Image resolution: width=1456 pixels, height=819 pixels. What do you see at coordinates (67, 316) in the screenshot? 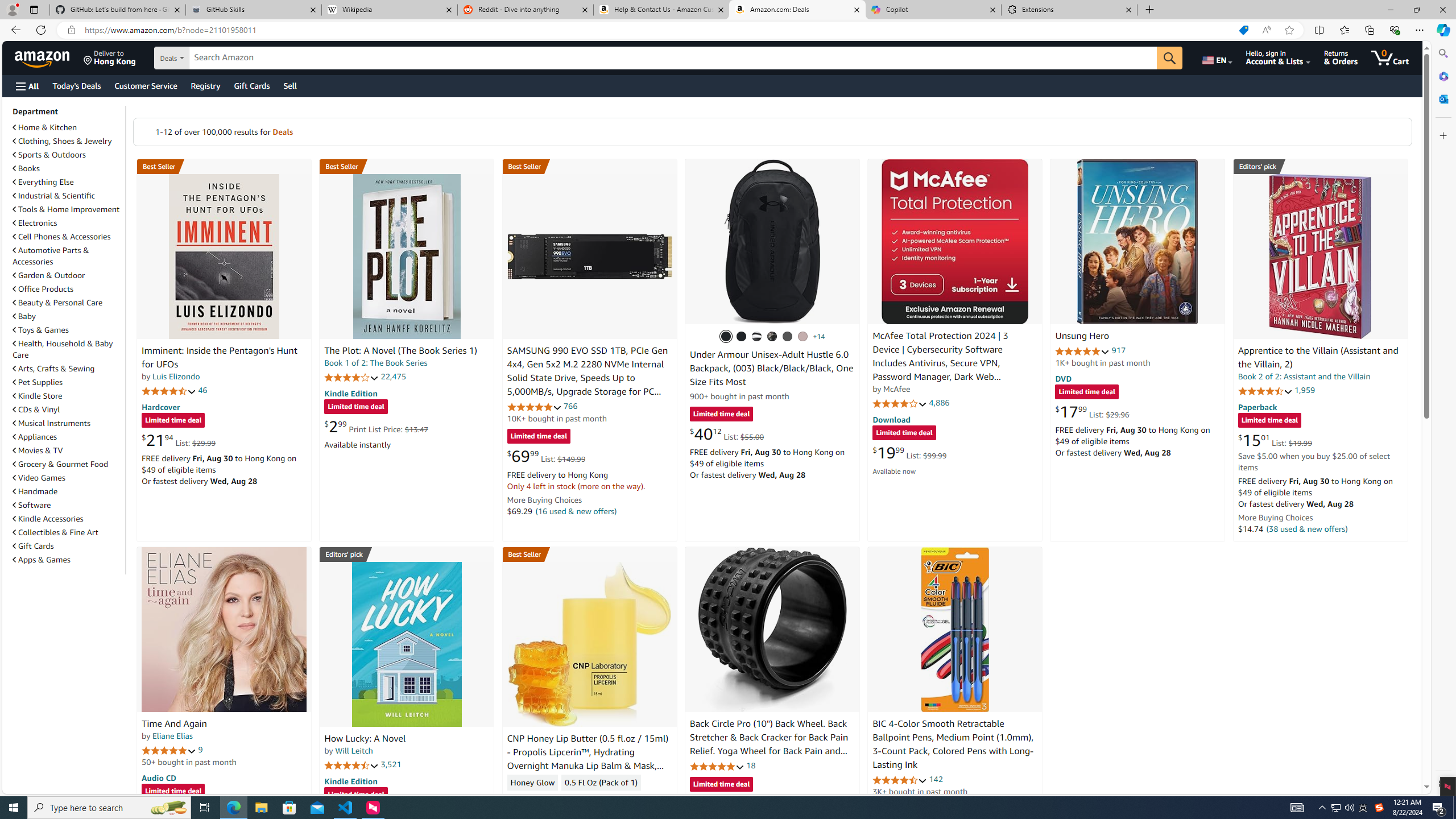
I see `'Baby'` at bounding box center [67, 316].